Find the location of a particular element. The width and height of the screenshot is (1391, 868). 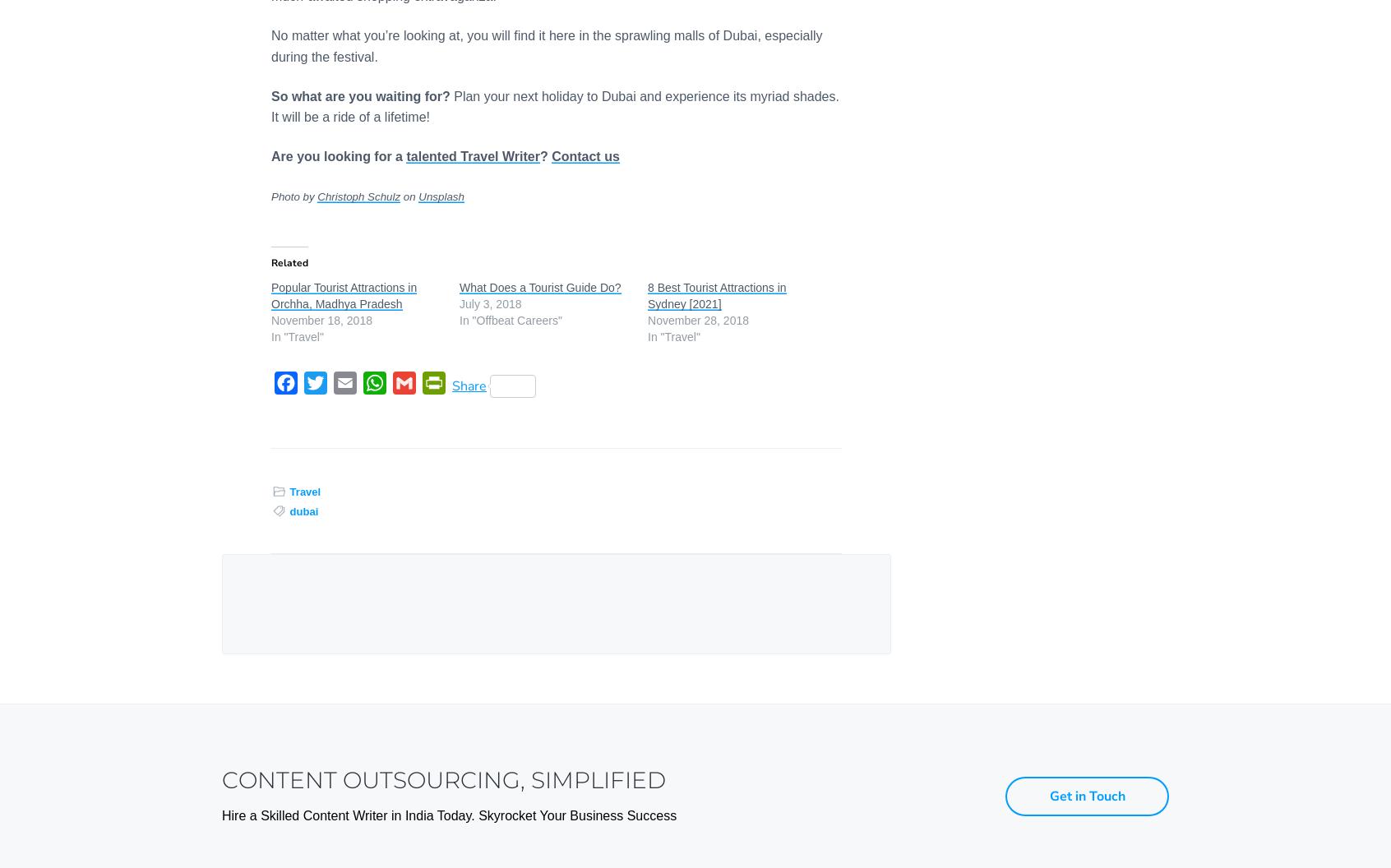

'Unsplash' is located at coordinates (441, 196).